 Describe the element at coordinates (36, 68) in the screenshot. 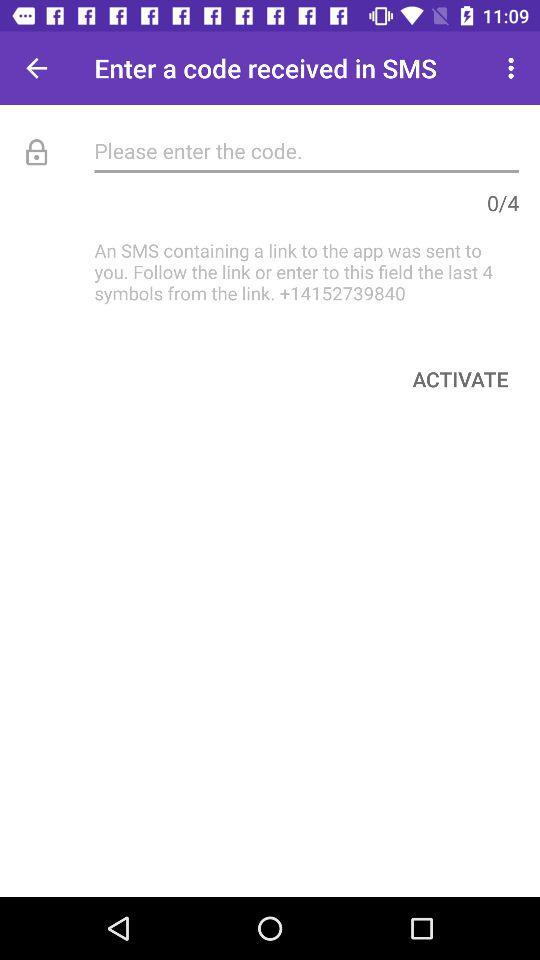

I see `item to the left of the enter a code` at that location.